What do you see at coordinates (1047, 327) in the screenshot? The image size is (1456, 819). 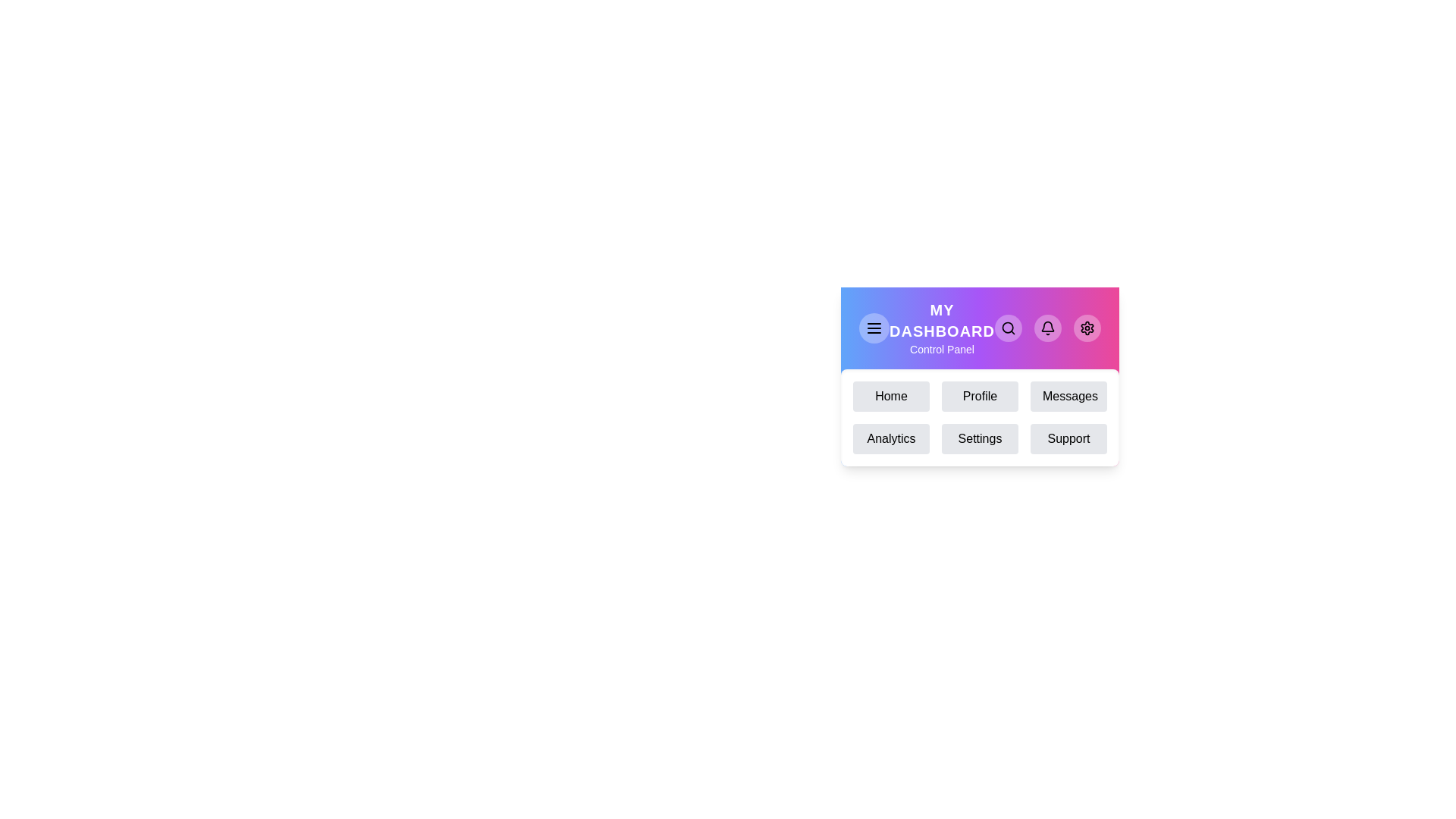 I see `the Notifications button in the EnhancedAppBar component` at bounding box center [1047, 327].